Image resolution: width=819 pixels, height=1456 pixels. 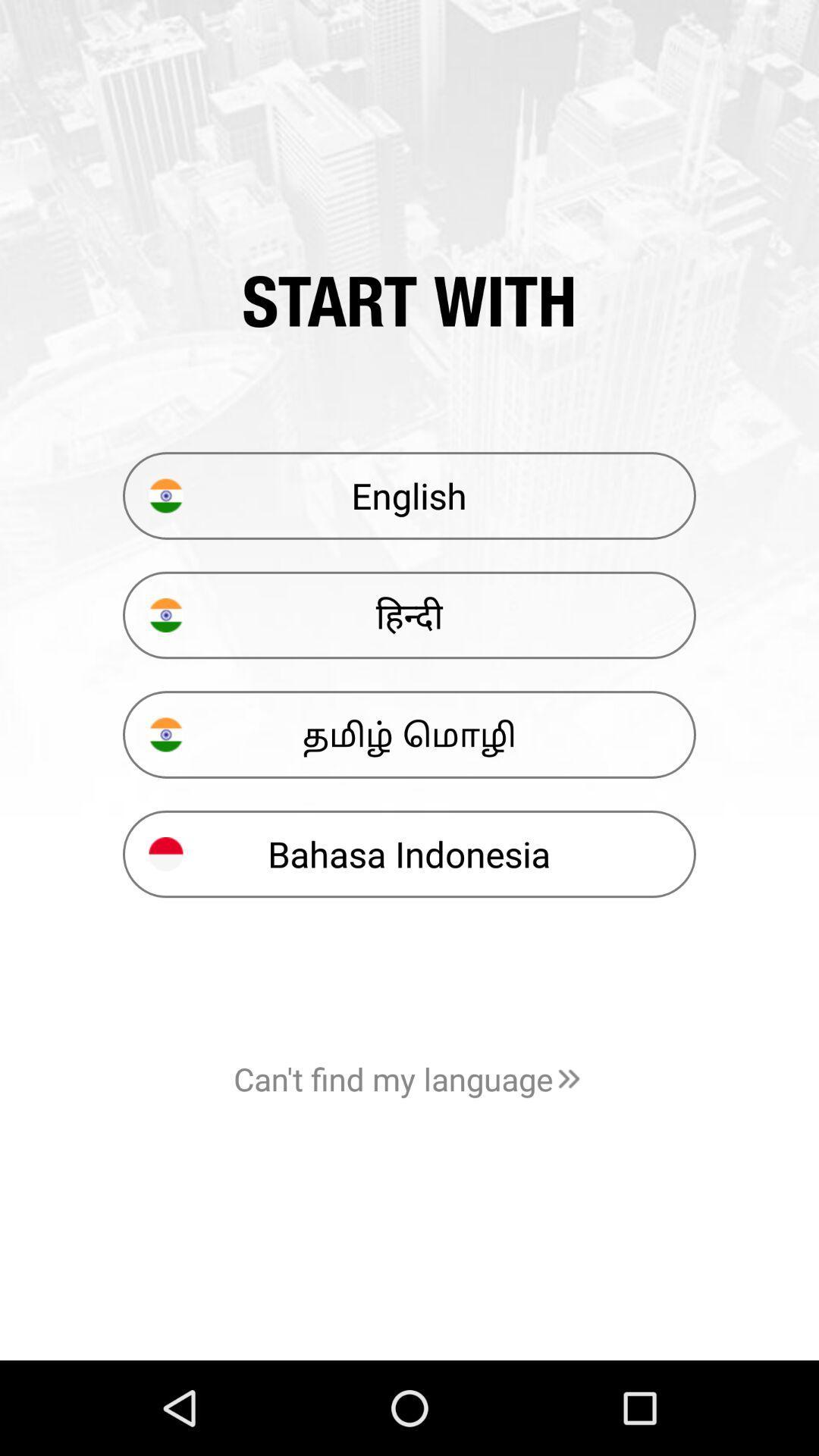 I want to click on the item below the bahasa indonesia icon, so click(x=409, y=1078).